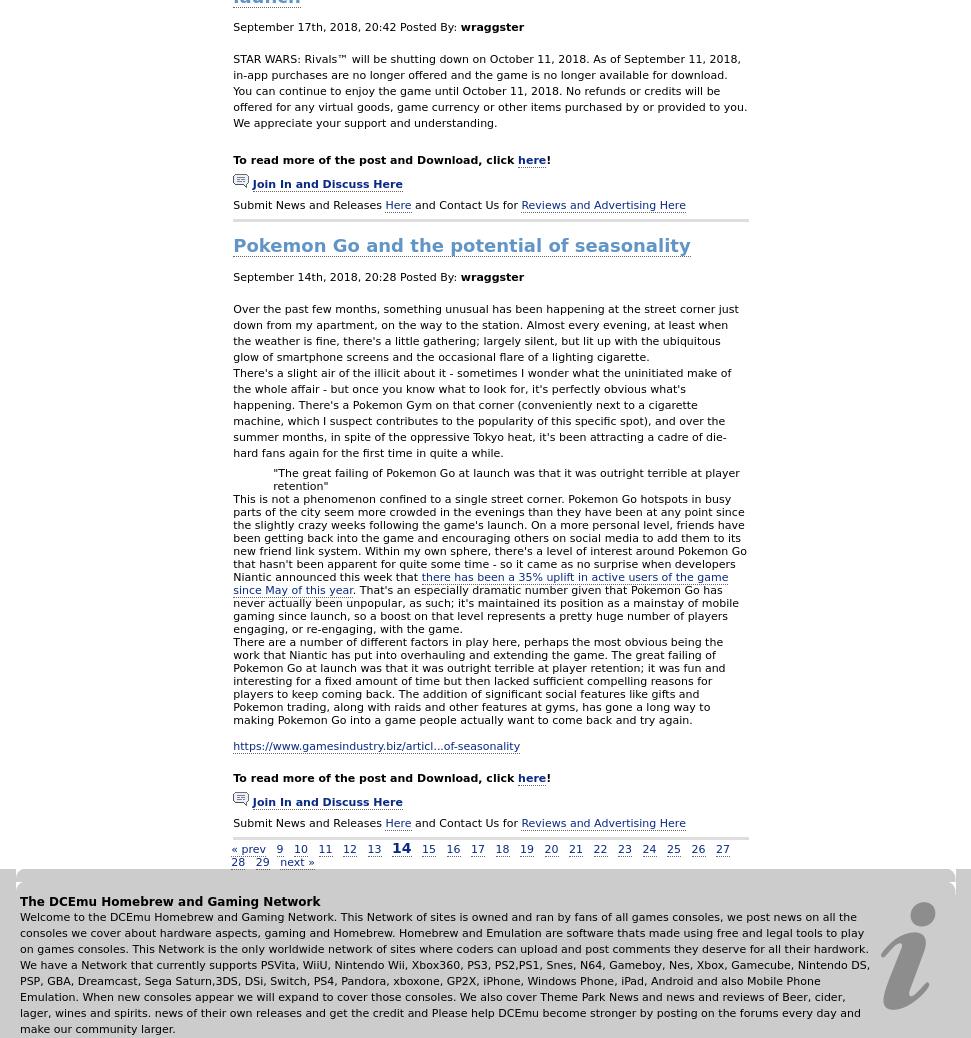 This screenshot has width=971, height=1038. Describe the element at coordinates (324, 848) in the screenshot. I see `'11'` at that location.